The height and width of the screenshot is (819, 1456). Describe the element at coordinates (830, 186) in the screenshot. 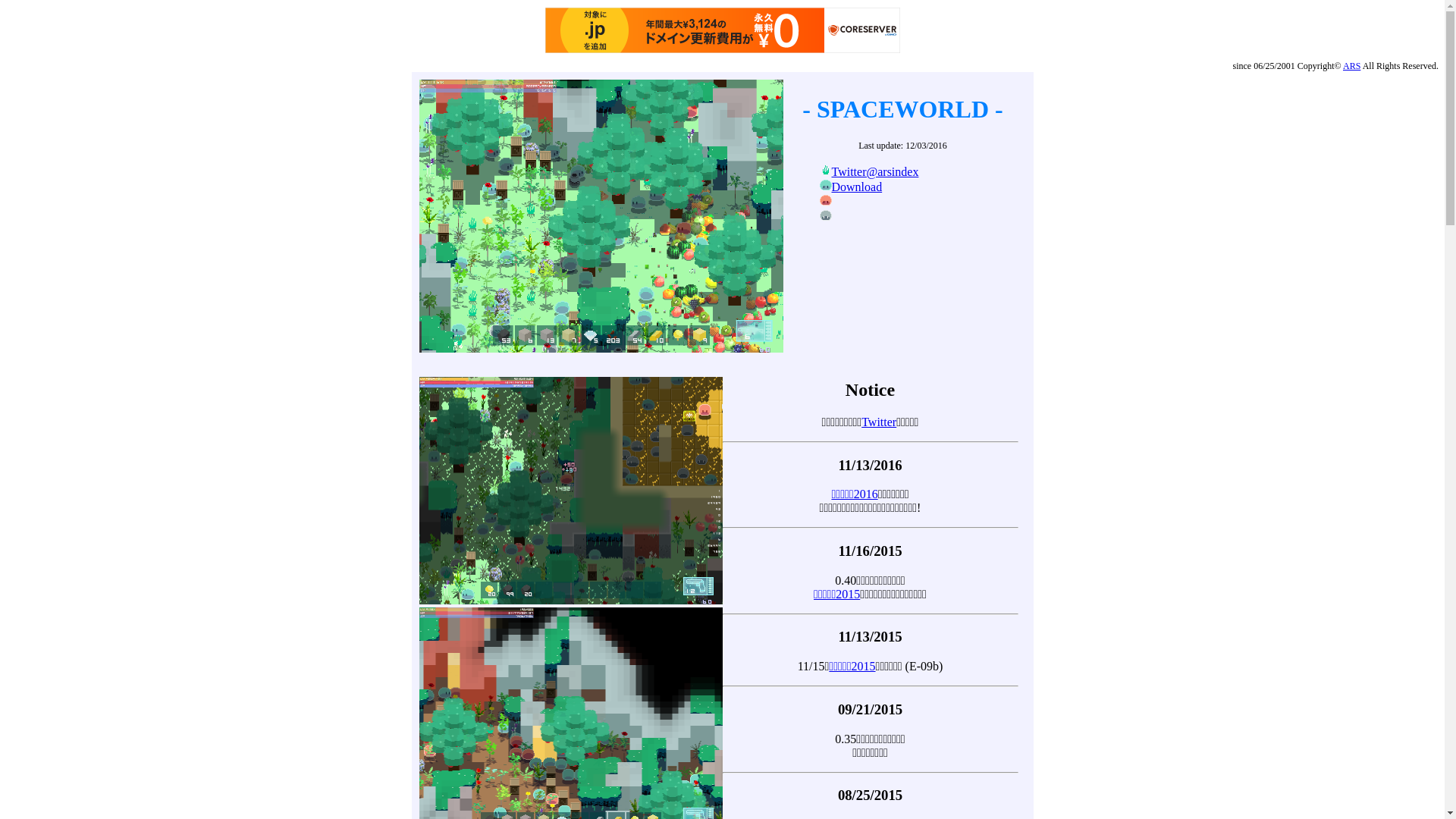

I see `'Download'` at that location.